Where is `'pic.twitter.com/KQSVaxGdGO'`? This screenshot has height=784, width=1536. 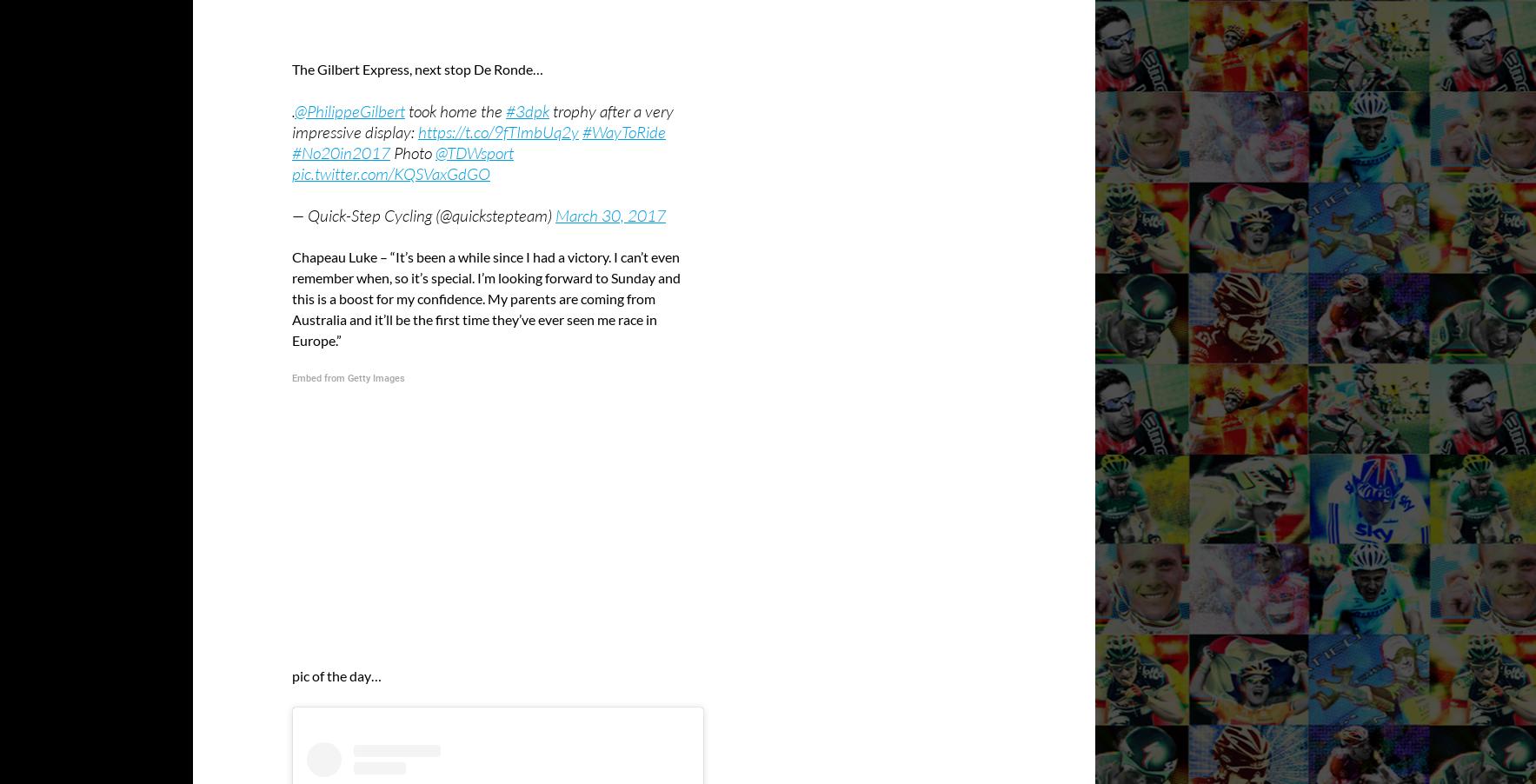 'pic.twitter.com/KQSVaxGdGO' is located at coordinates (391, 171).